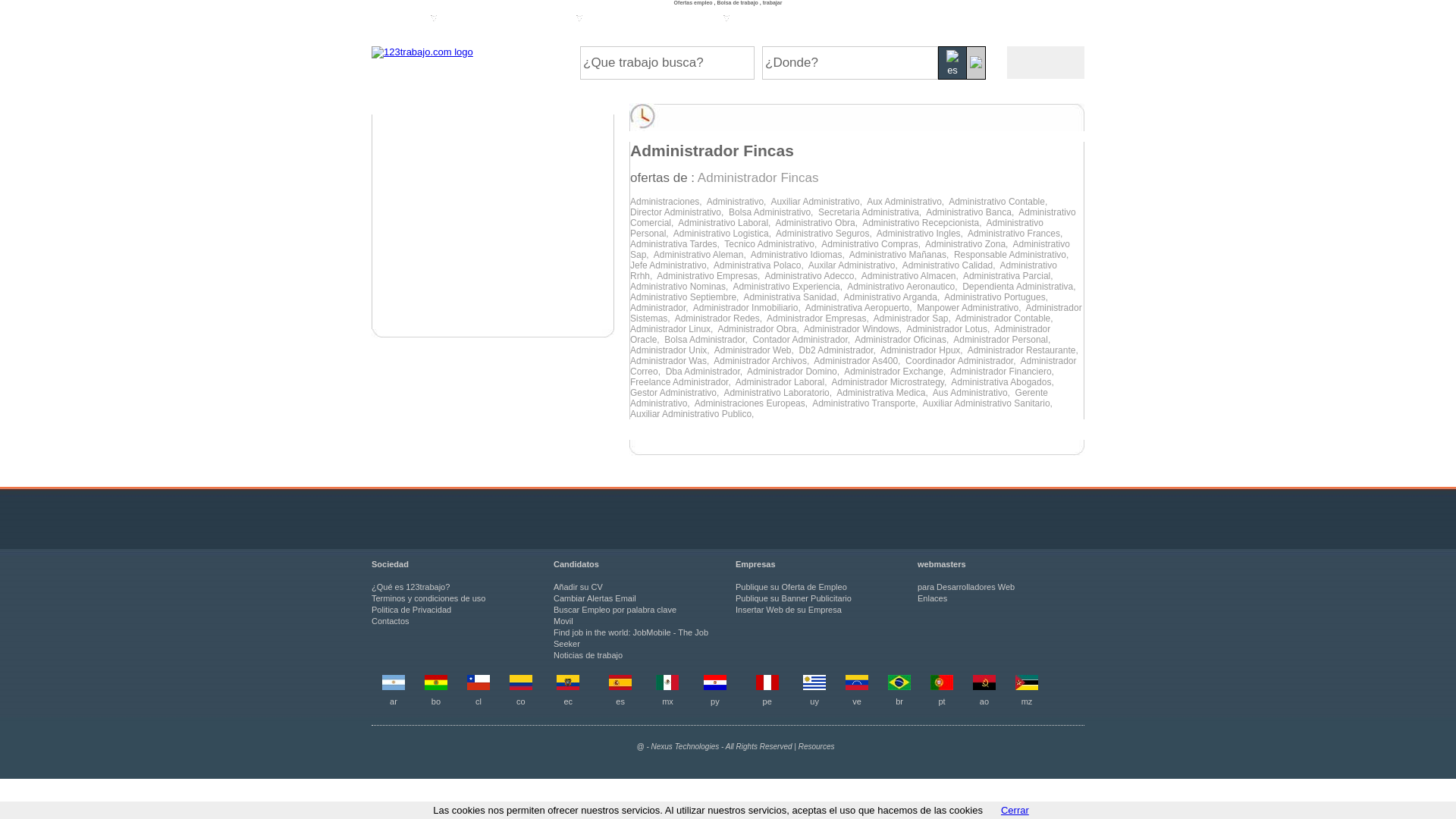  What do you see at coordinates (764, 275) in the screenshot?
I see `'Administrativo Adecco, '` at bounding box center [764, 275].